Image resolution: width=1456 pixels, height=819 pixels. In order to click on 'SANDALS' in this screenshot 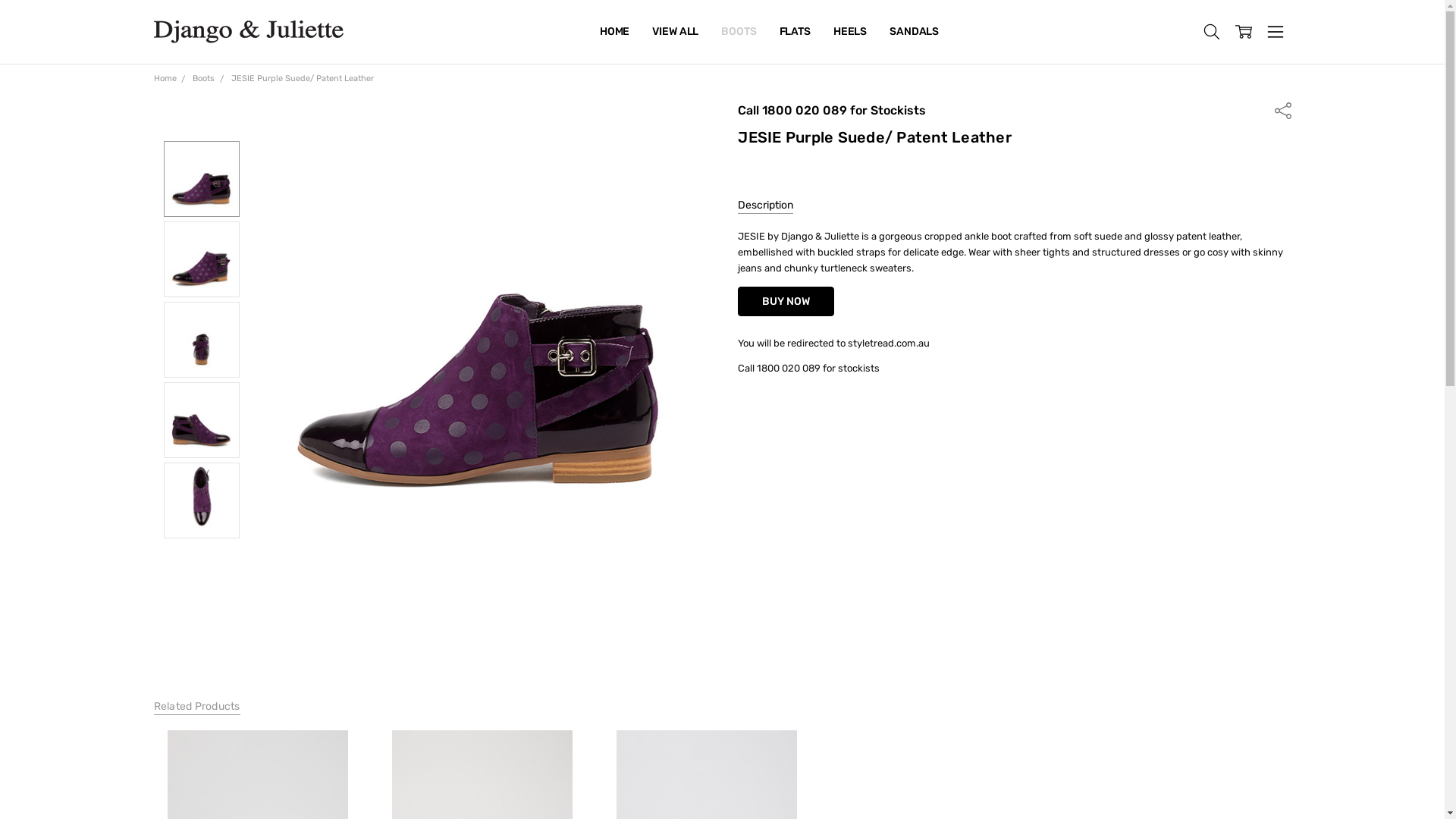, I will do `click(913, 32)`.